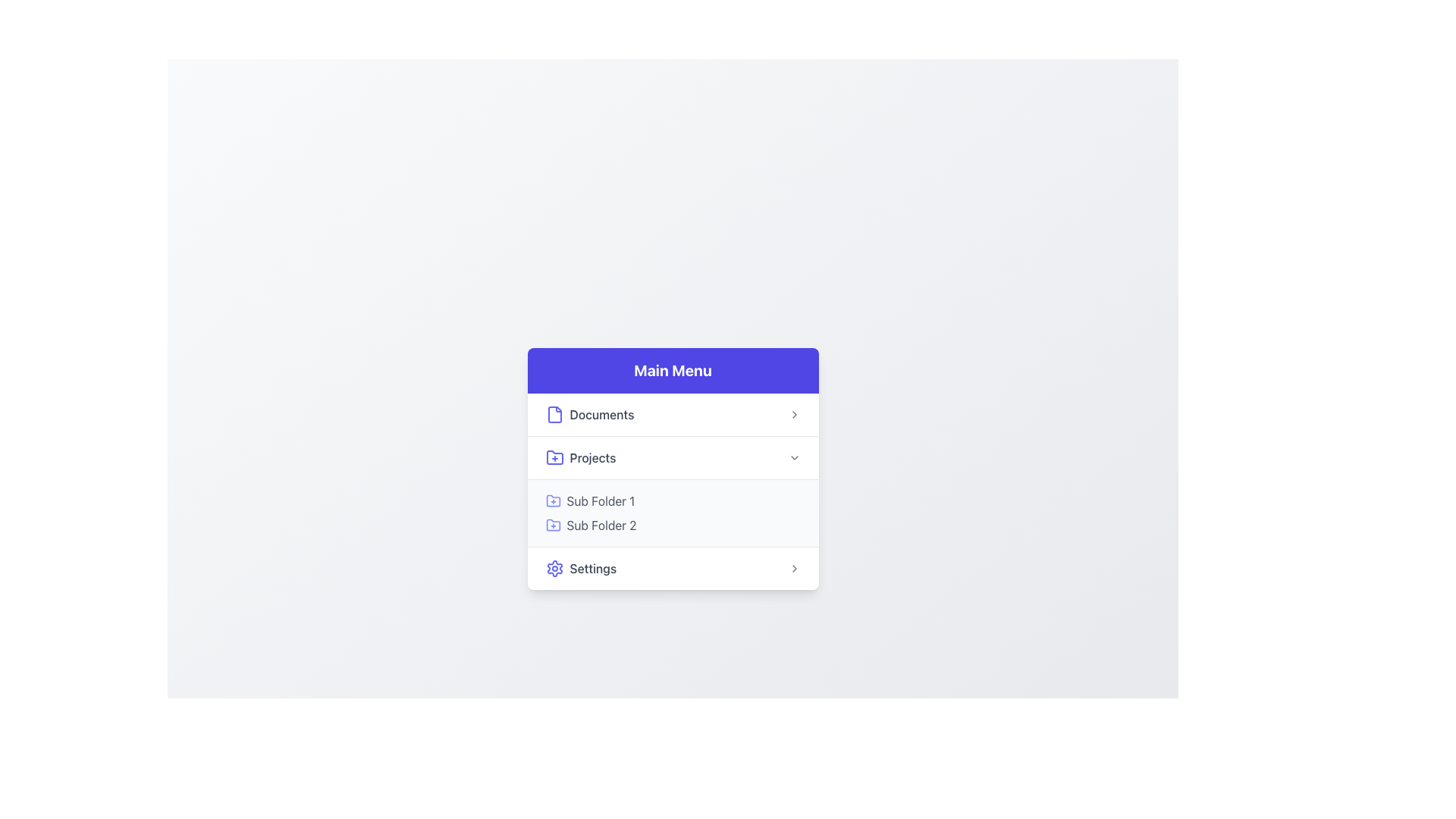 The image size is (1456, 819). I want to click on the lower part of the blue outlined folder icon next to the 'Sub Folder 2' label in the 'Projects' menu, so click(552, 524).